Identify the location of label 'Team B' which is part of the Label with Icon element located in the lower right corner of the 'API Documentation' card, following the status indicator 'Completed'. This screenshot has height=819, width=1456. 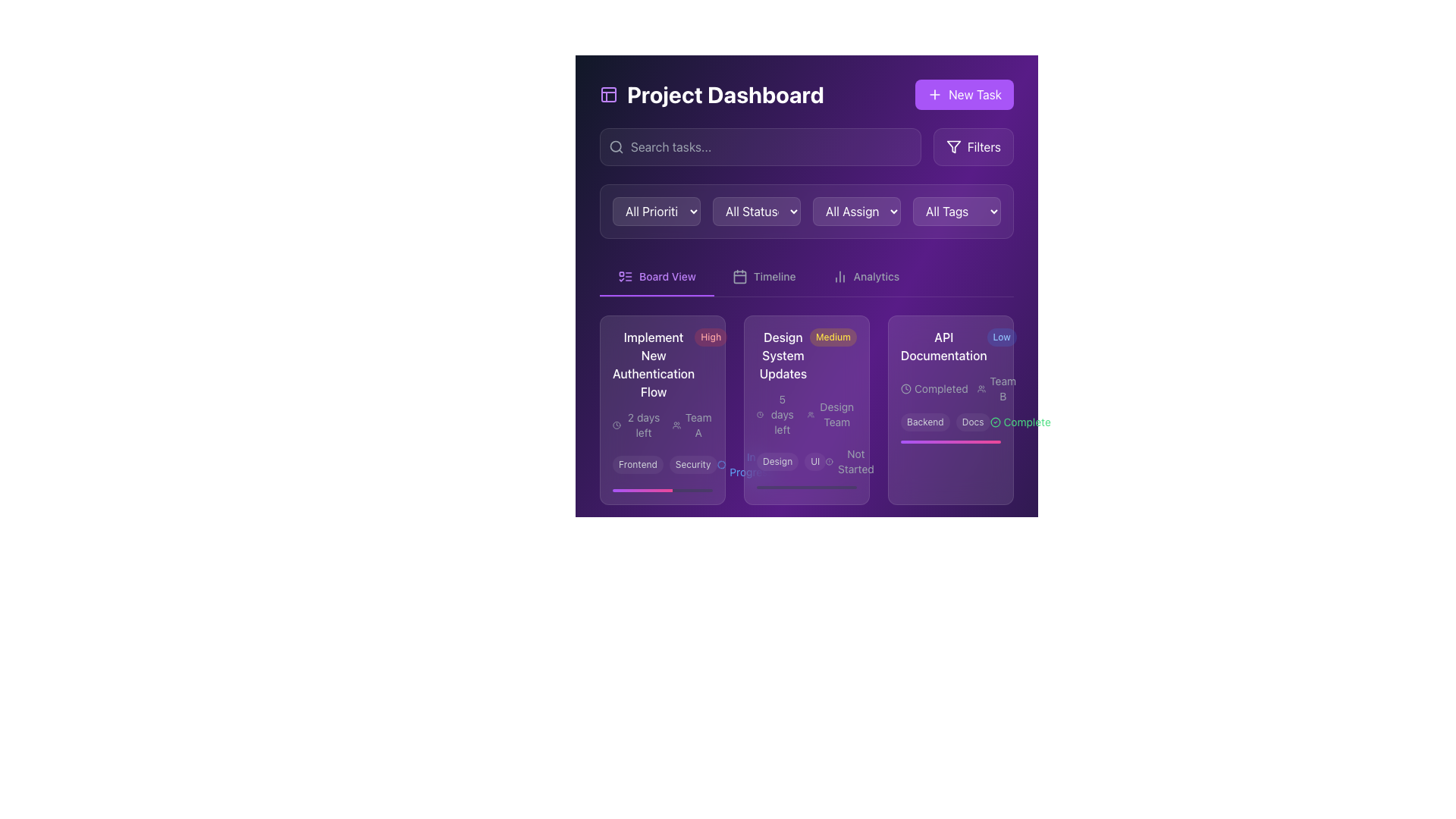
(997, 388).